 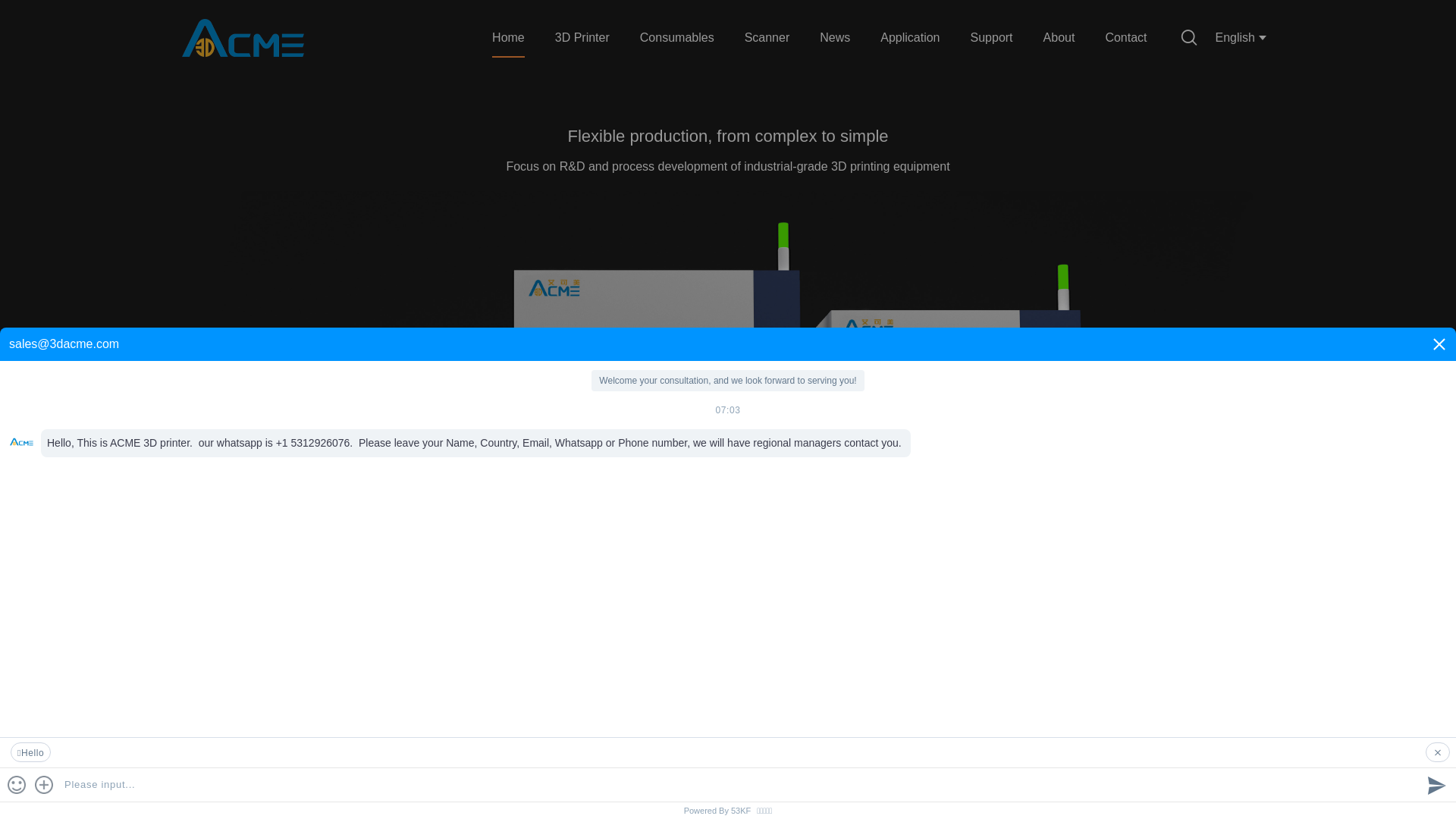 I want to click on 'Contact', so click(x=1125, y=37).